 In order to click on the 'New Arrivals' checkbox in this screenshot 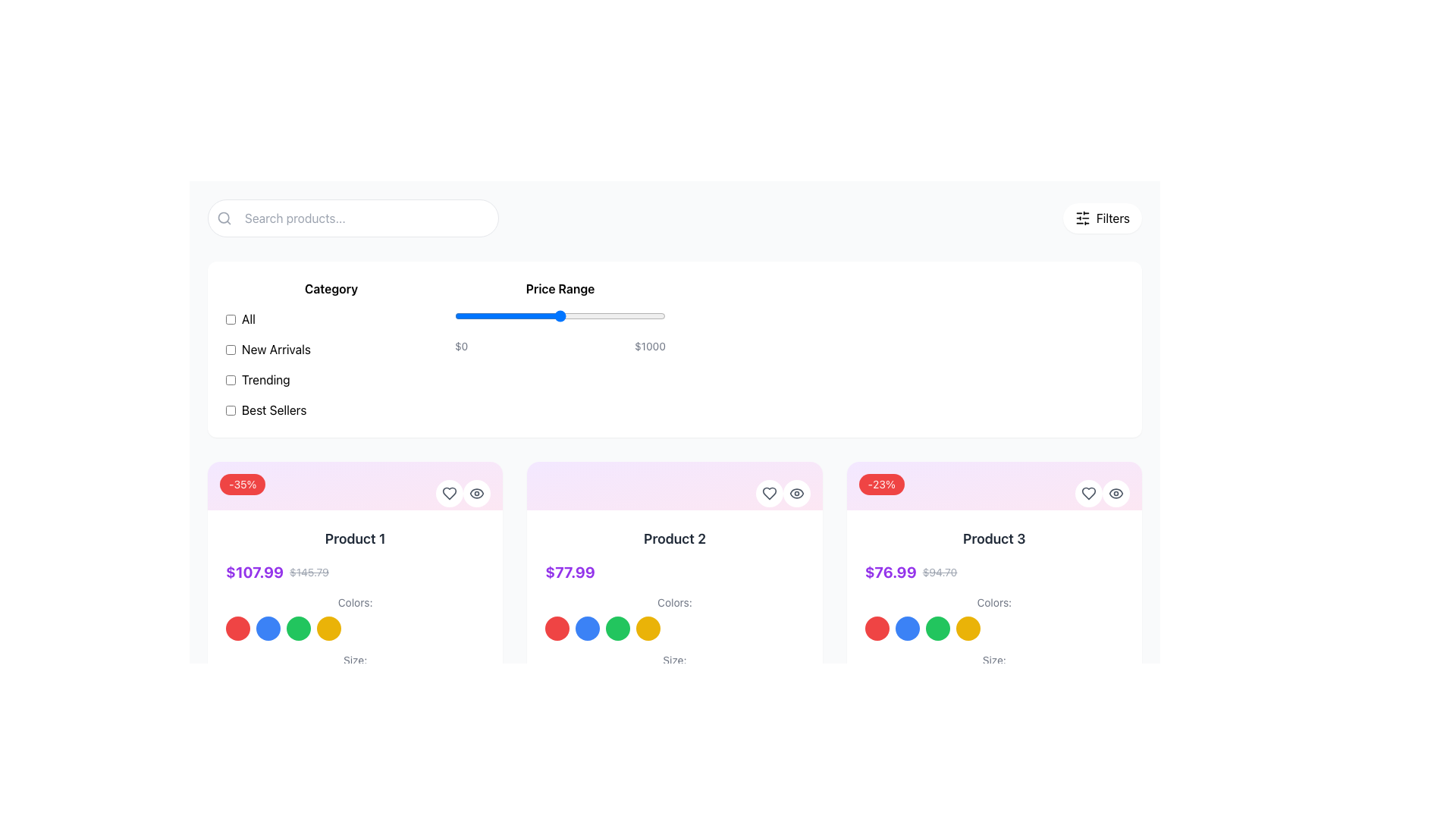, I will do `click(330, 350)`.